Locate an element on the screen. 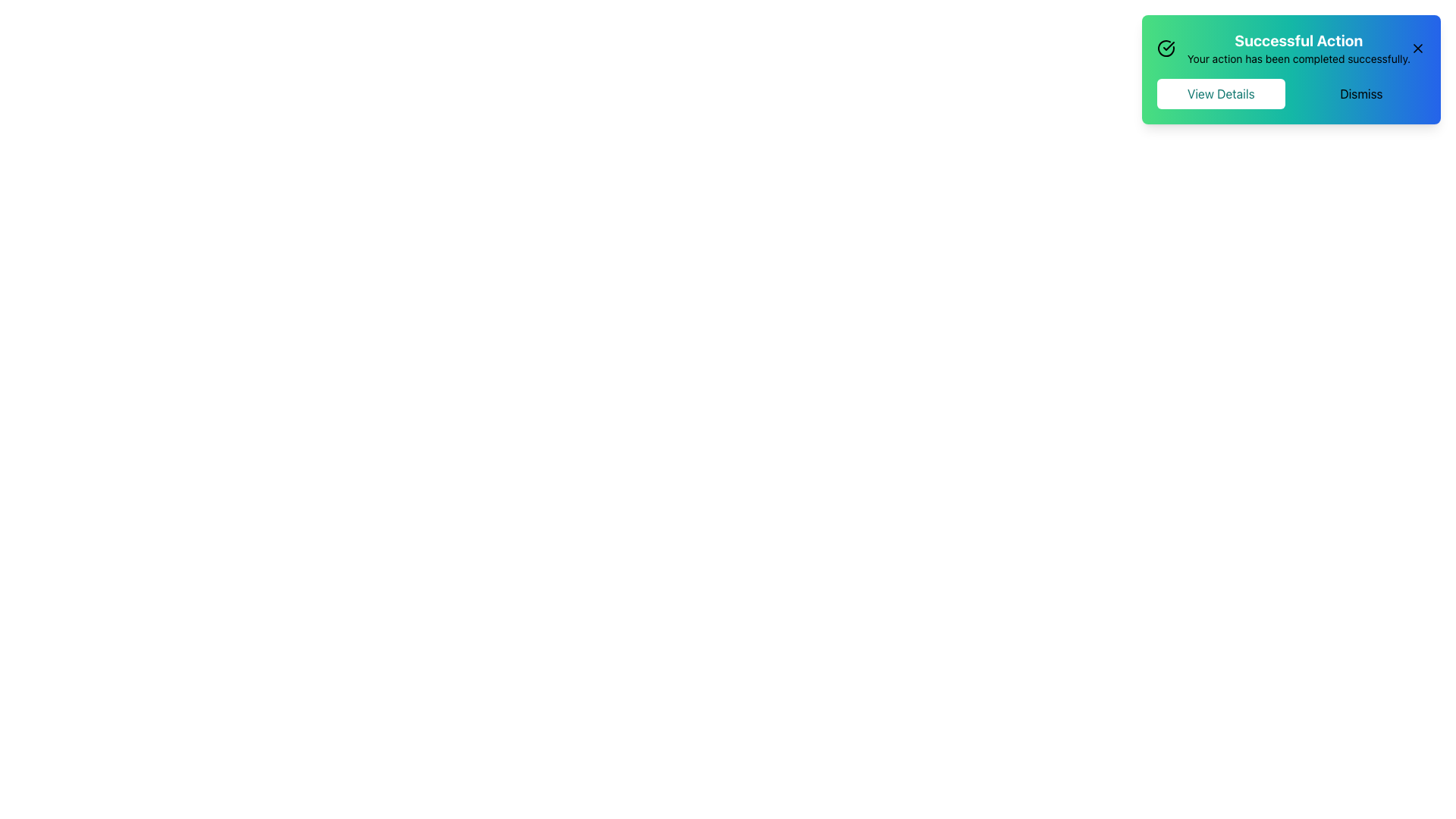  the dismissal button located at the top-right corner of the notification card is located at coordinates (1361, 93).